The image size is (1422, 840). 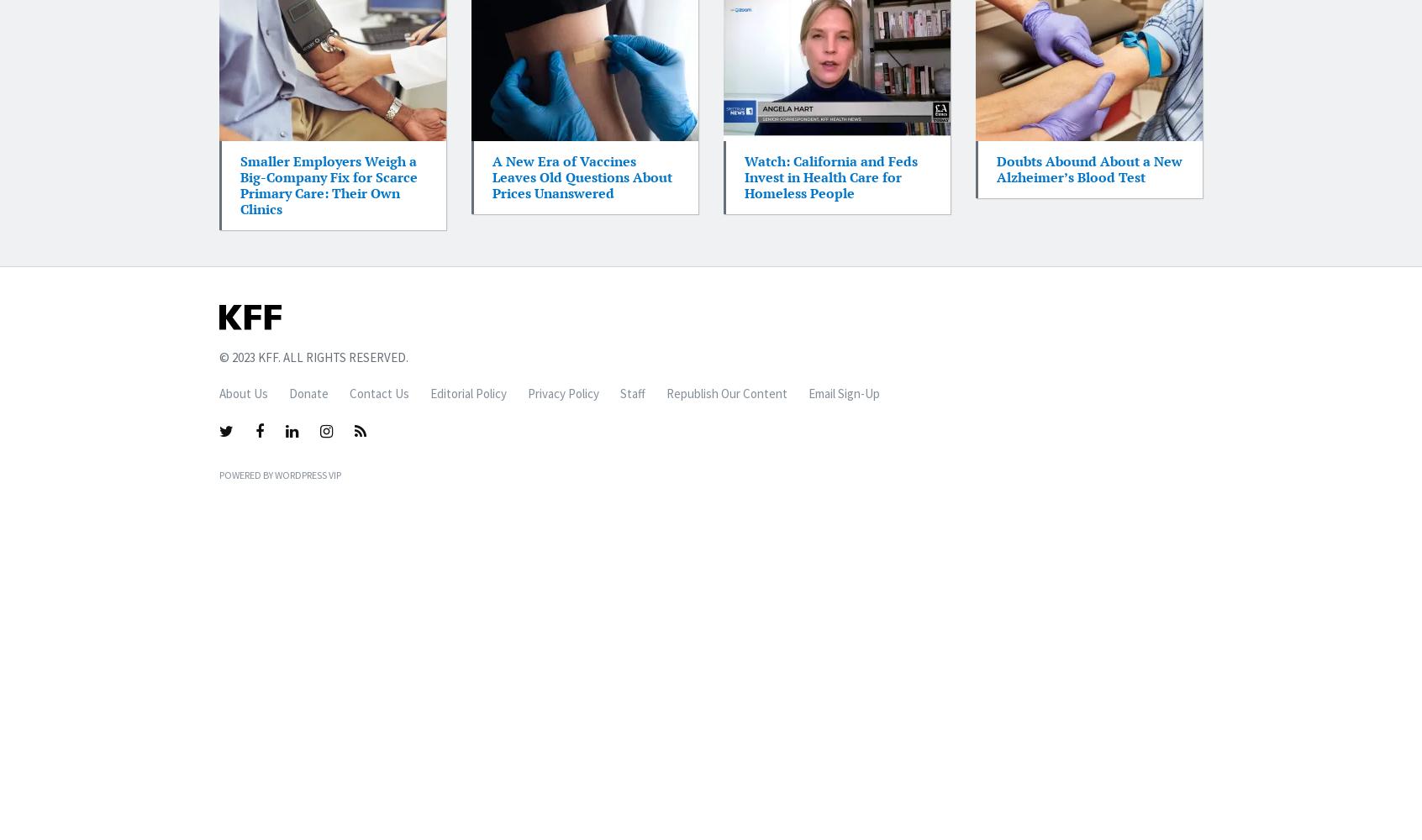 I want to click on 'Republish Our Content', so click(x=666, y=392).